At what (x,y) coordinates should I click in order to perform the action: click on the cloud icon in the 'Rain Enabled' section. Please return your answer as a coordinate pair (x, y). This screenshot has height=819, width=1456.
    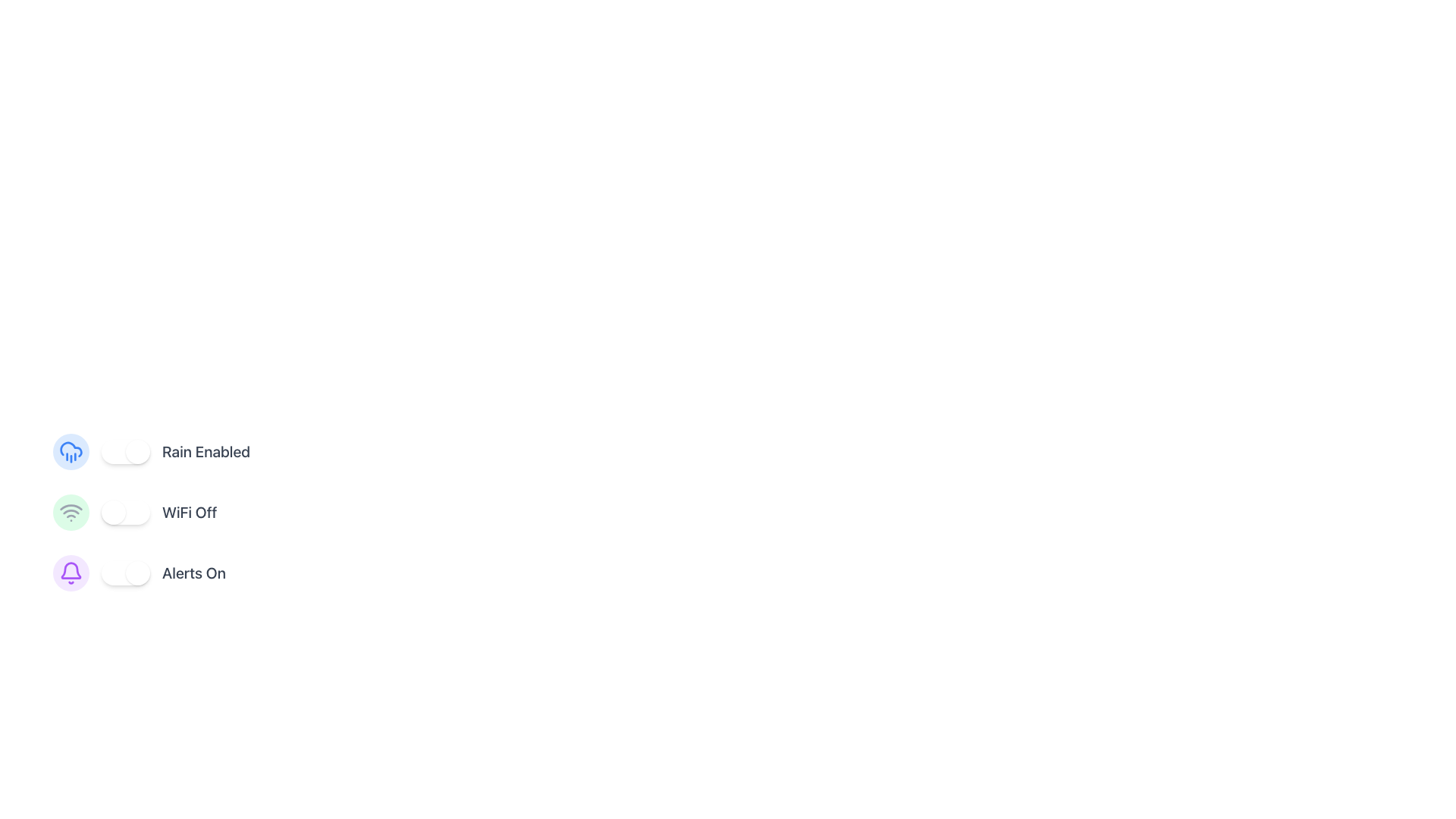
    Looking at the image, I should click on (71, 447).